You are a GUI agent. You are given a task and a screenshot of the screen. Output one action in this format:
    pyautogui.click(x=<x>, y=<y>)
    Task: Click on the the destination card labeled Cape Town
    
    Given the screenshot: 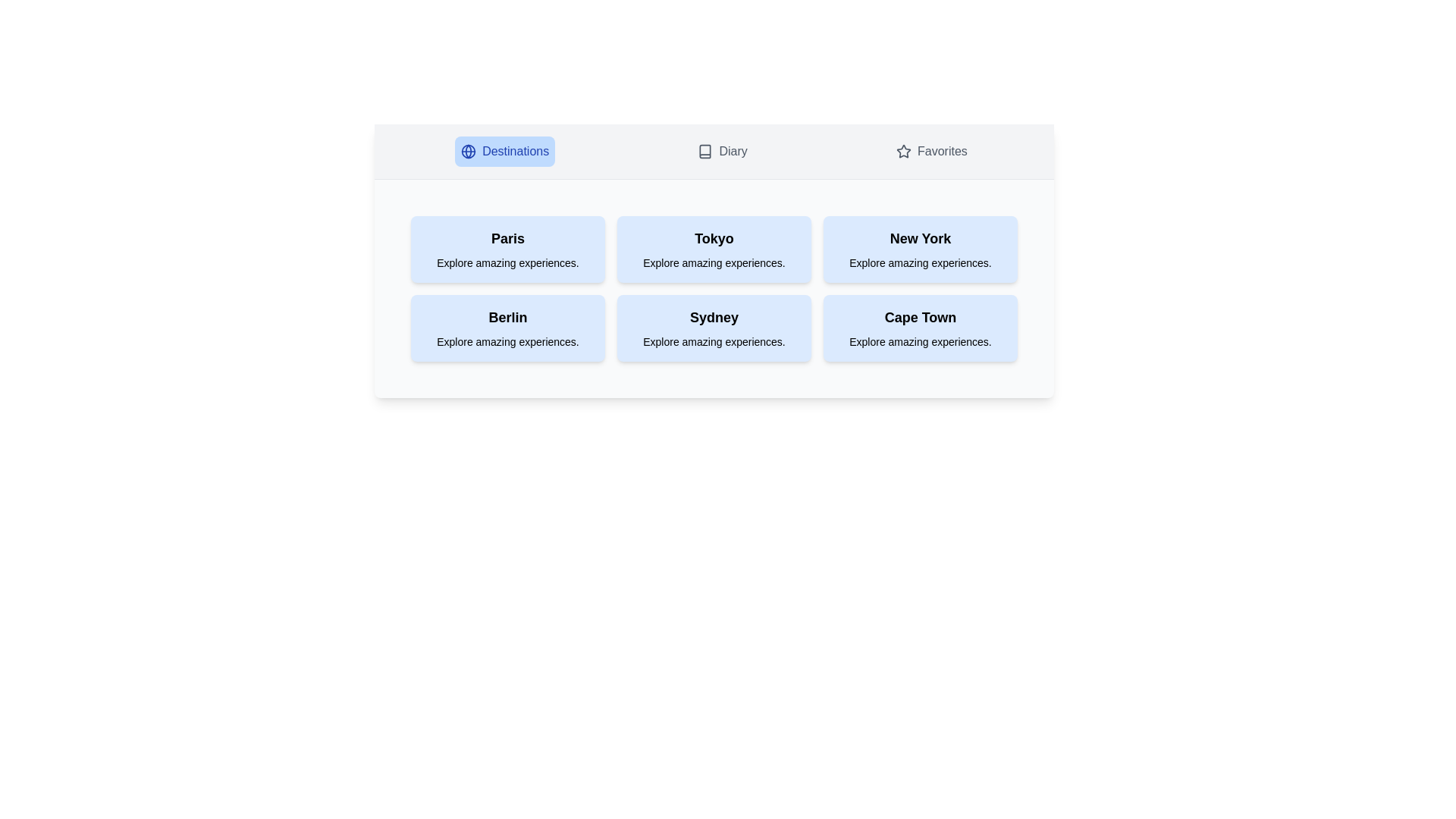 What is the action you would take?
    pyautogui.click(x=920, y=327)
    